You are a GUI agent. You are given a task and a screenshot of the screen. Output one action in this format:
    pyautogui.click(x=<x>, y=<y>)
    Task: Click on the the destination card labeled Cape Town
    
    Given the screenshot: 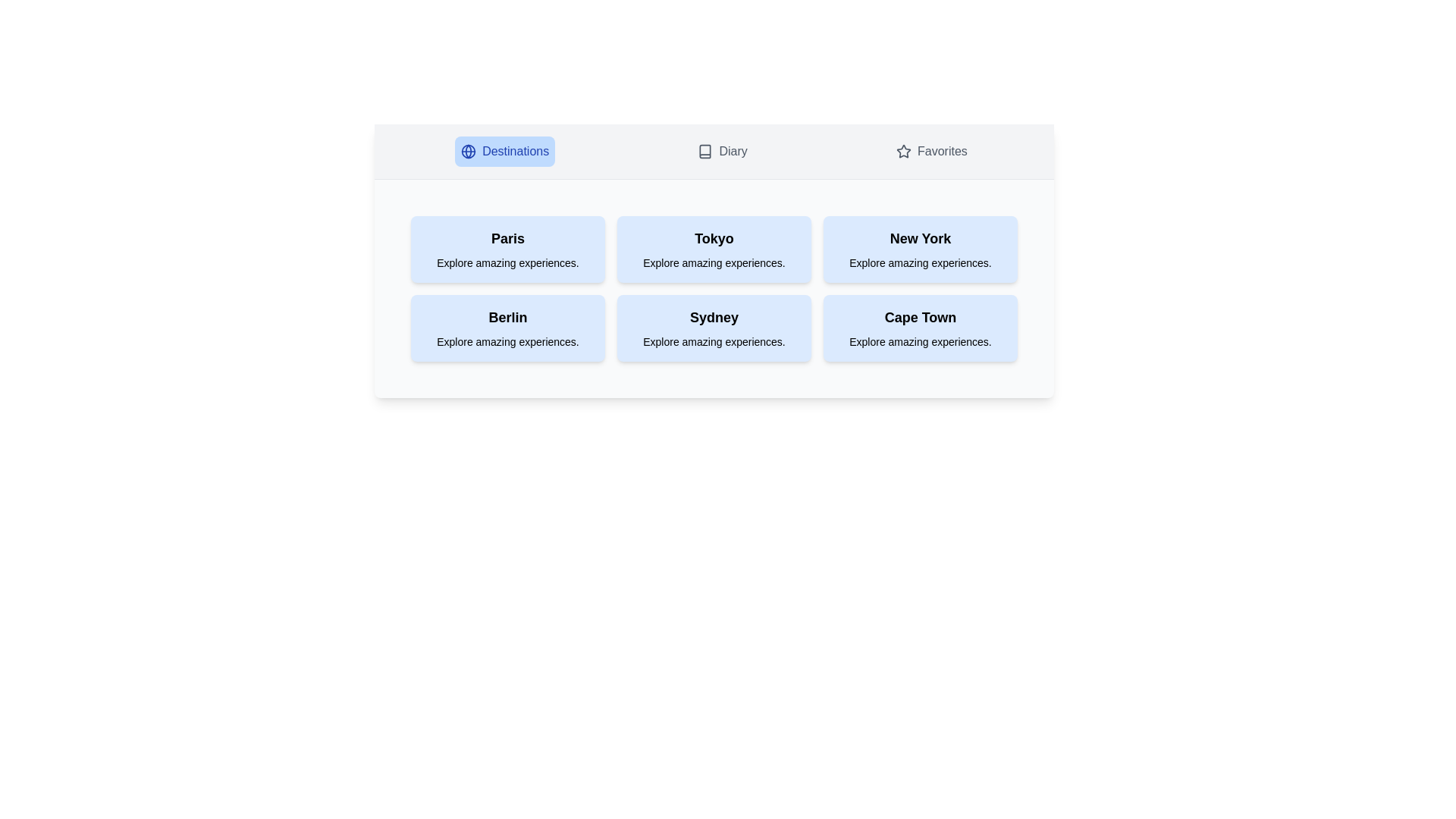 What is the action you would take?
    pyautogui.click(x=920, y=327)
    